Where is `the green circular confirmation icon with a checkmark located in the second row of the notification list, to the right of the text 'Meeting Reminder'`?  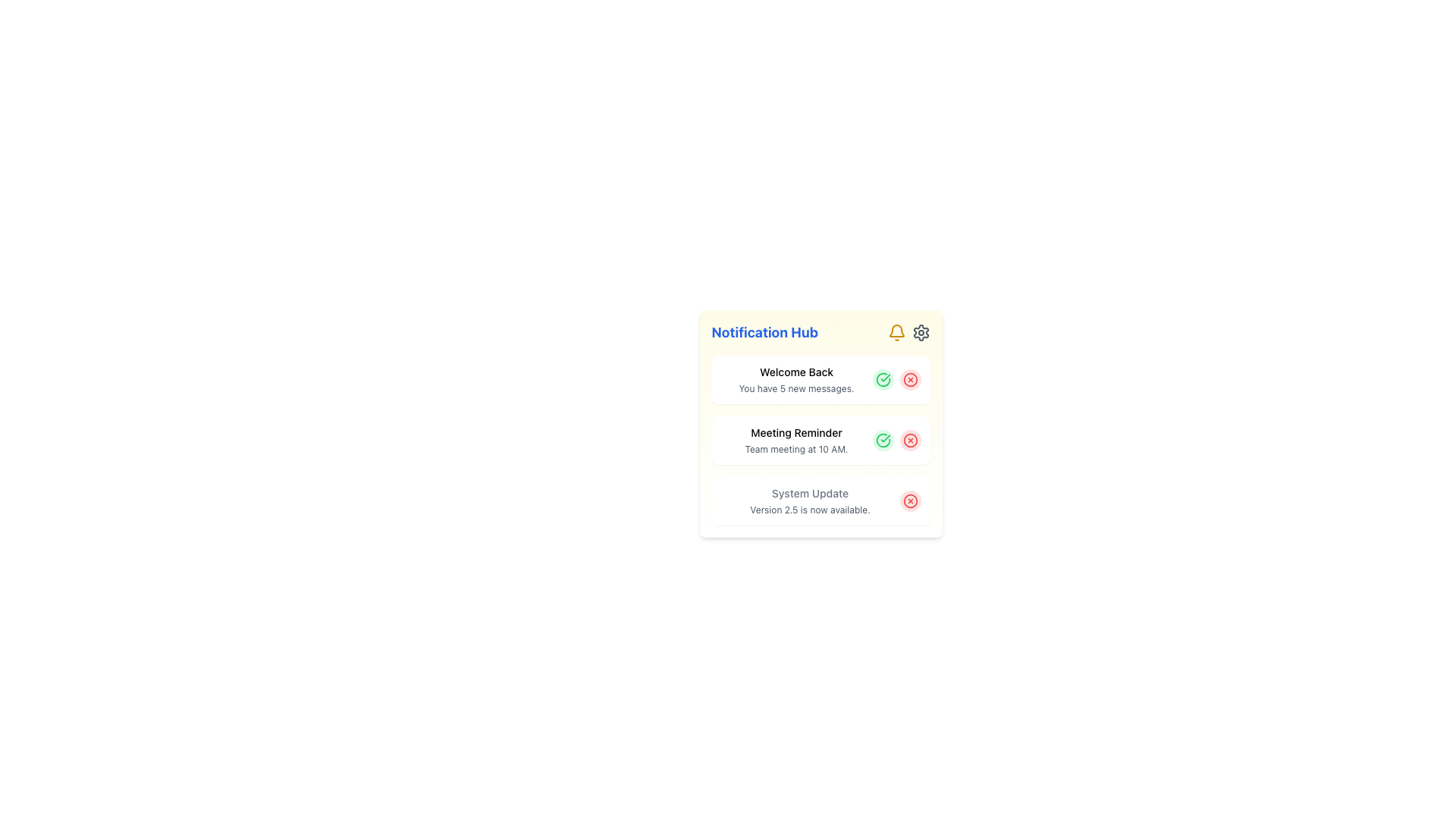 the green circular confirmation icon with a checkmark located in the second row of the notification list, to the right of the text 'Meeting Reminder' is located at coordinates (883, 441).